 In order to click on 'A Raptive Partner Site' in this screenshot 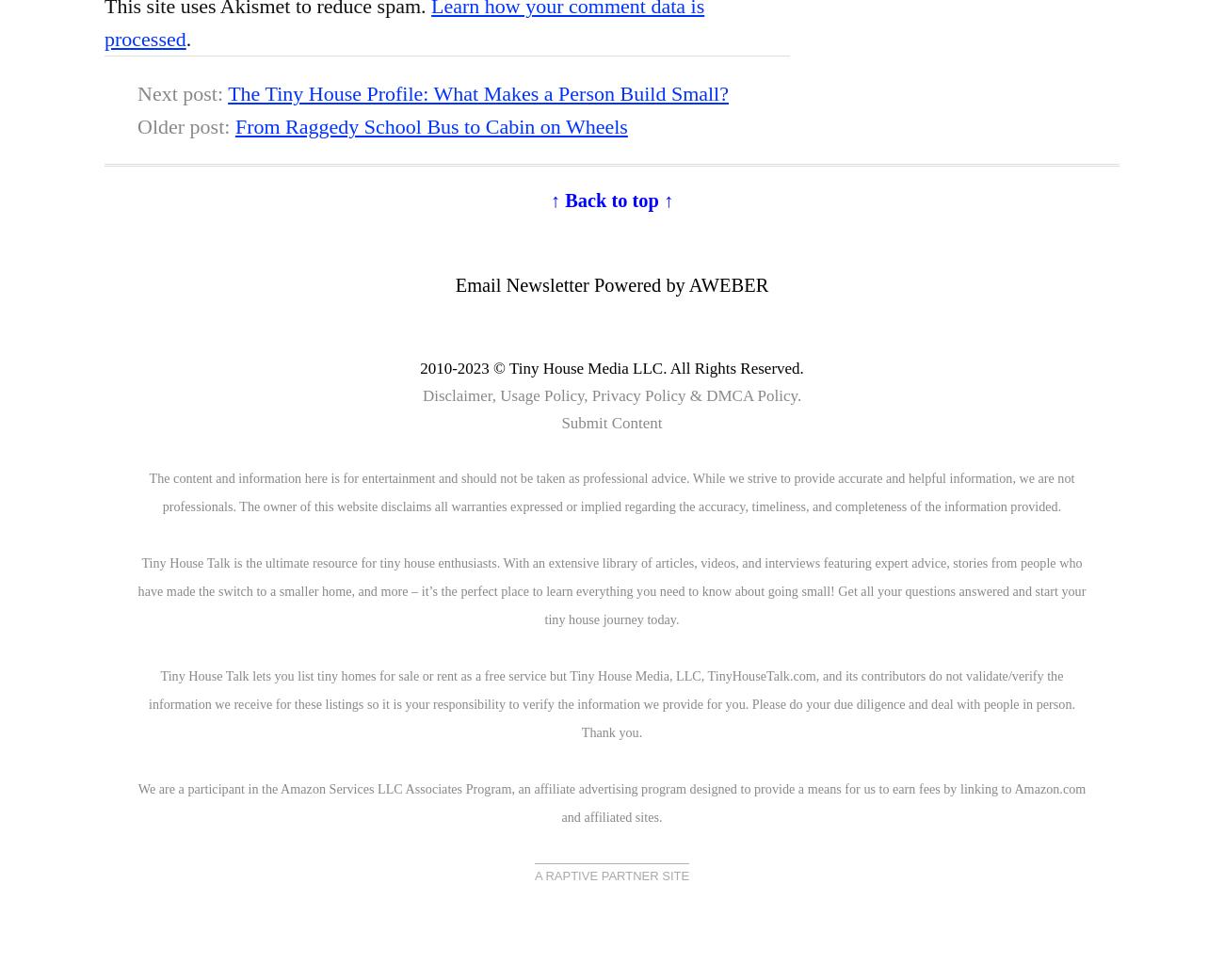, I will do `click(533, 875)`.